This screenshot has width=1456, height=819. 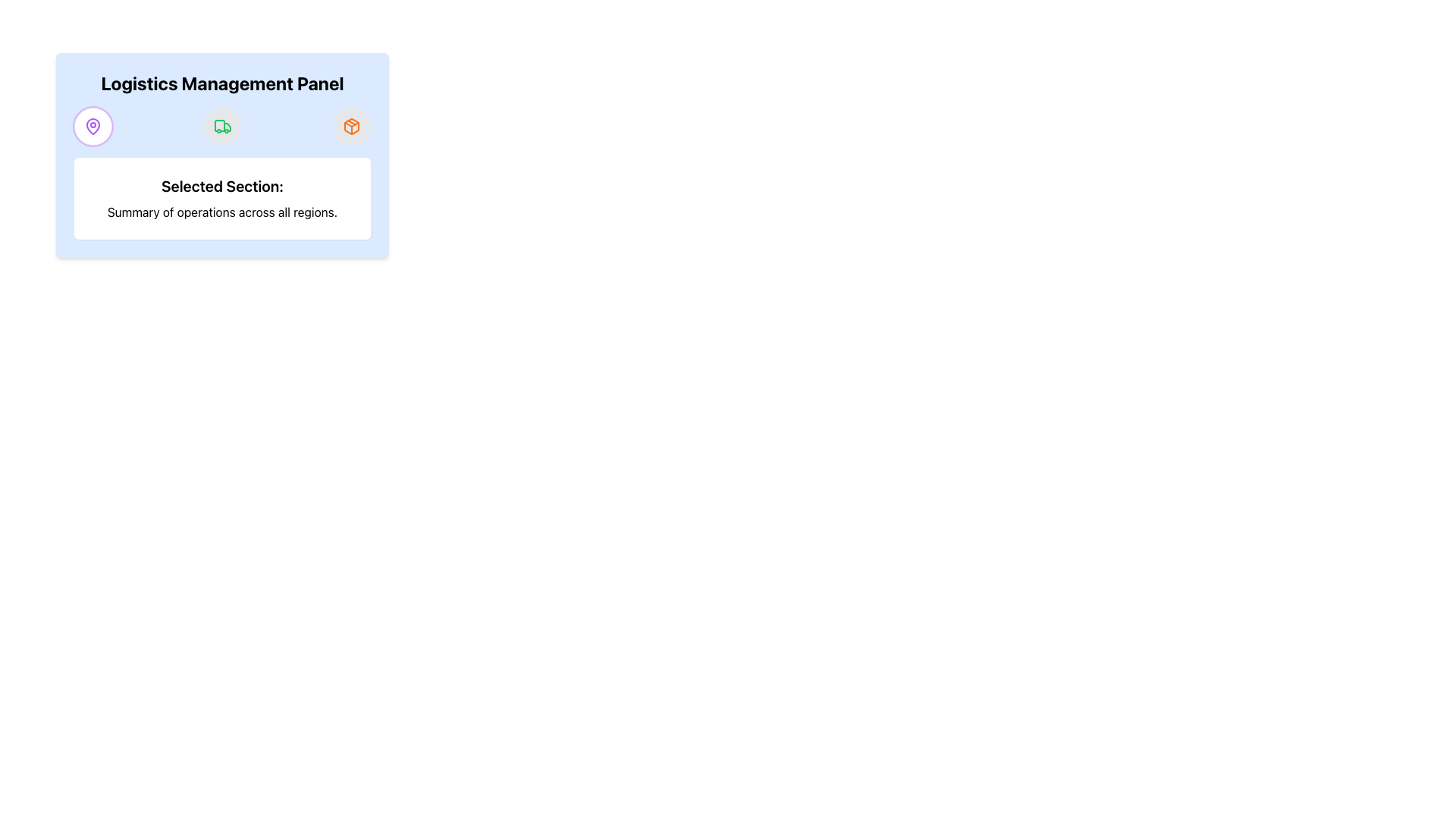 What do you see at coordinates (93, 125) in the screenshot?
I see `the circular button with a white background and purple location marker icon, located in the 'Logistics Management Panel'` at bounding box center [93, 125].